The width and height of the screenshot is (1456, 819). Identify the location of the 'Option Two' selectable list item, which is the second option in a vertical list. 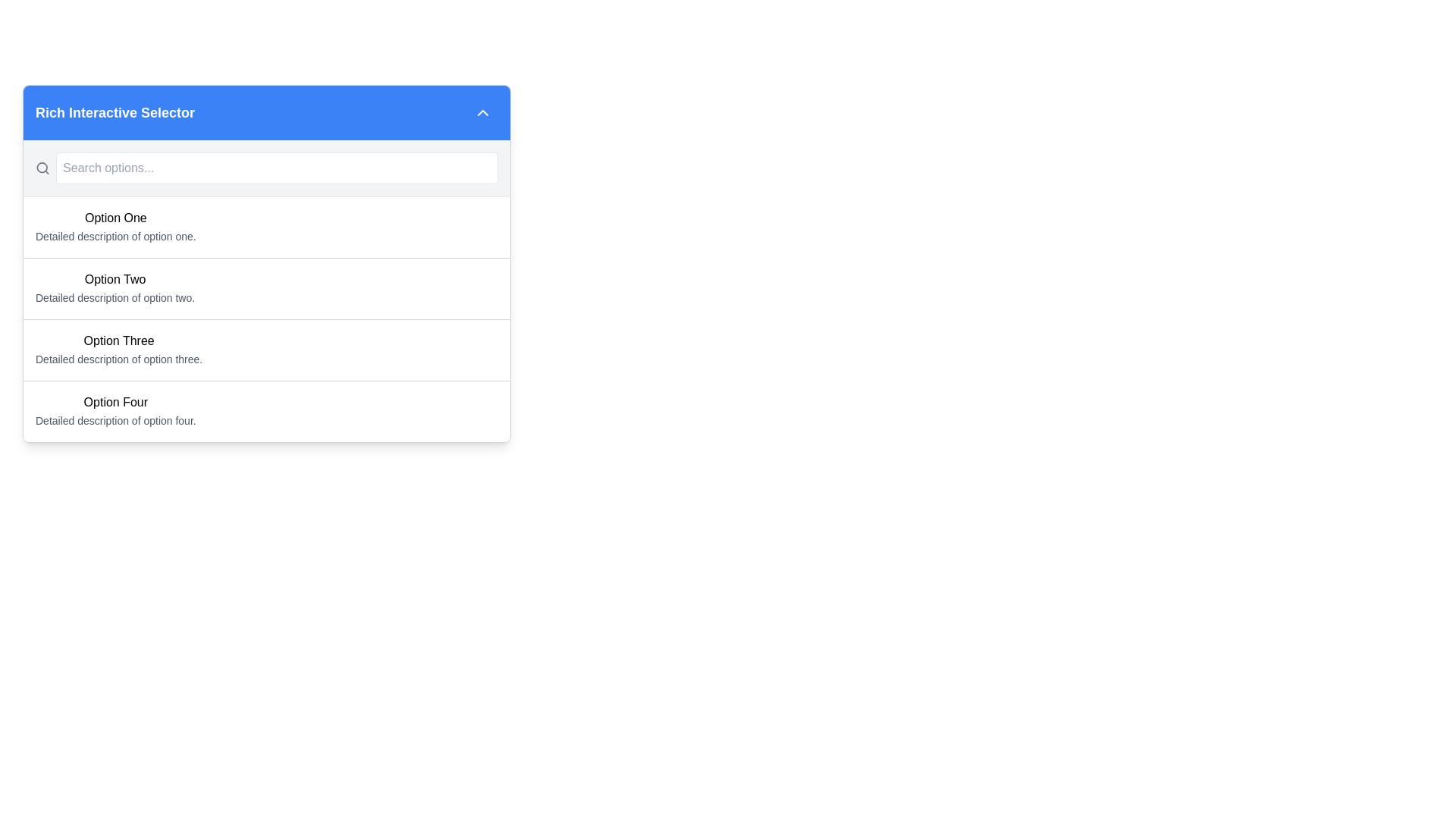
(266, 288).